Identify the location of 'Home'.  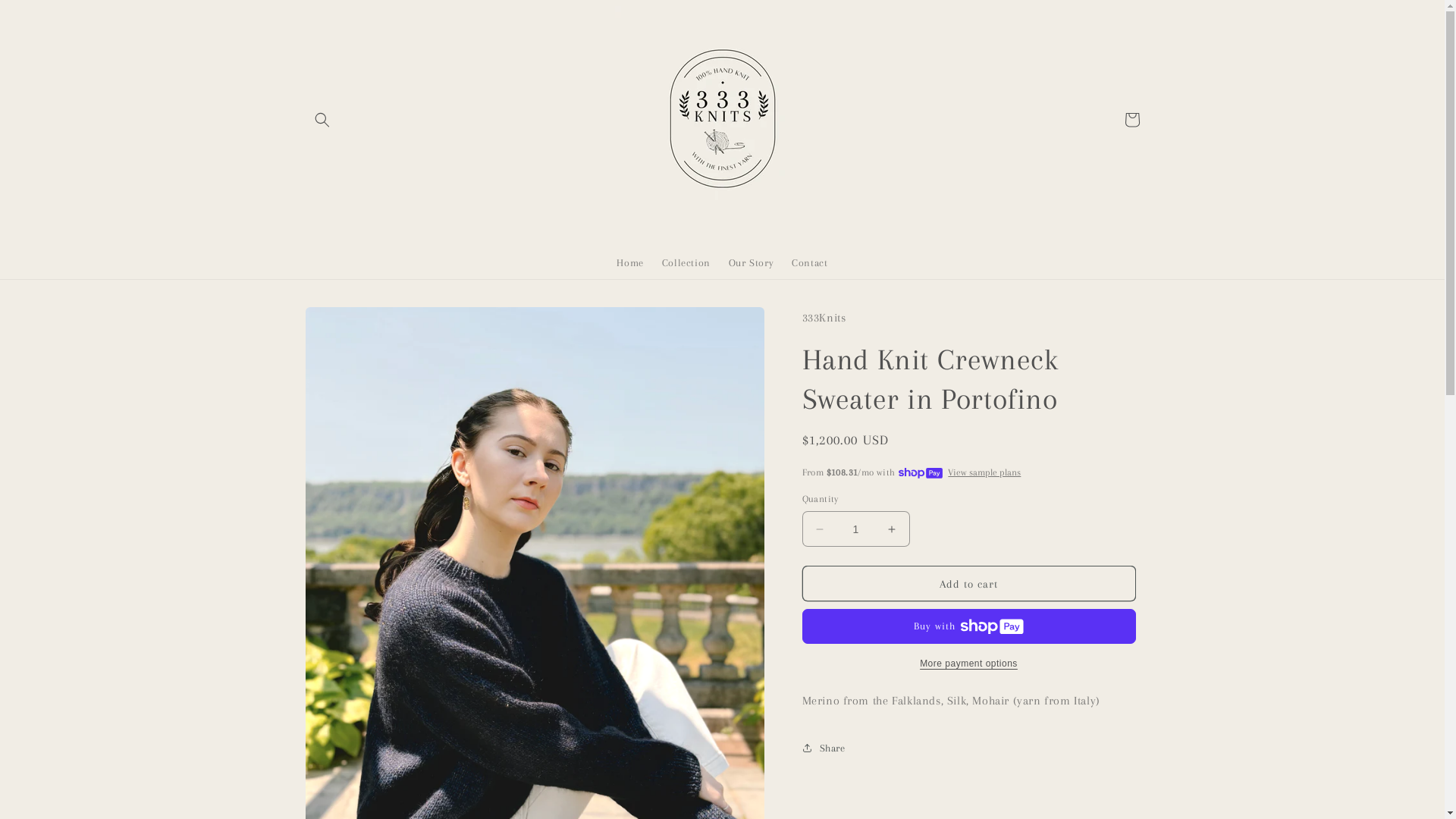
(629, 262).